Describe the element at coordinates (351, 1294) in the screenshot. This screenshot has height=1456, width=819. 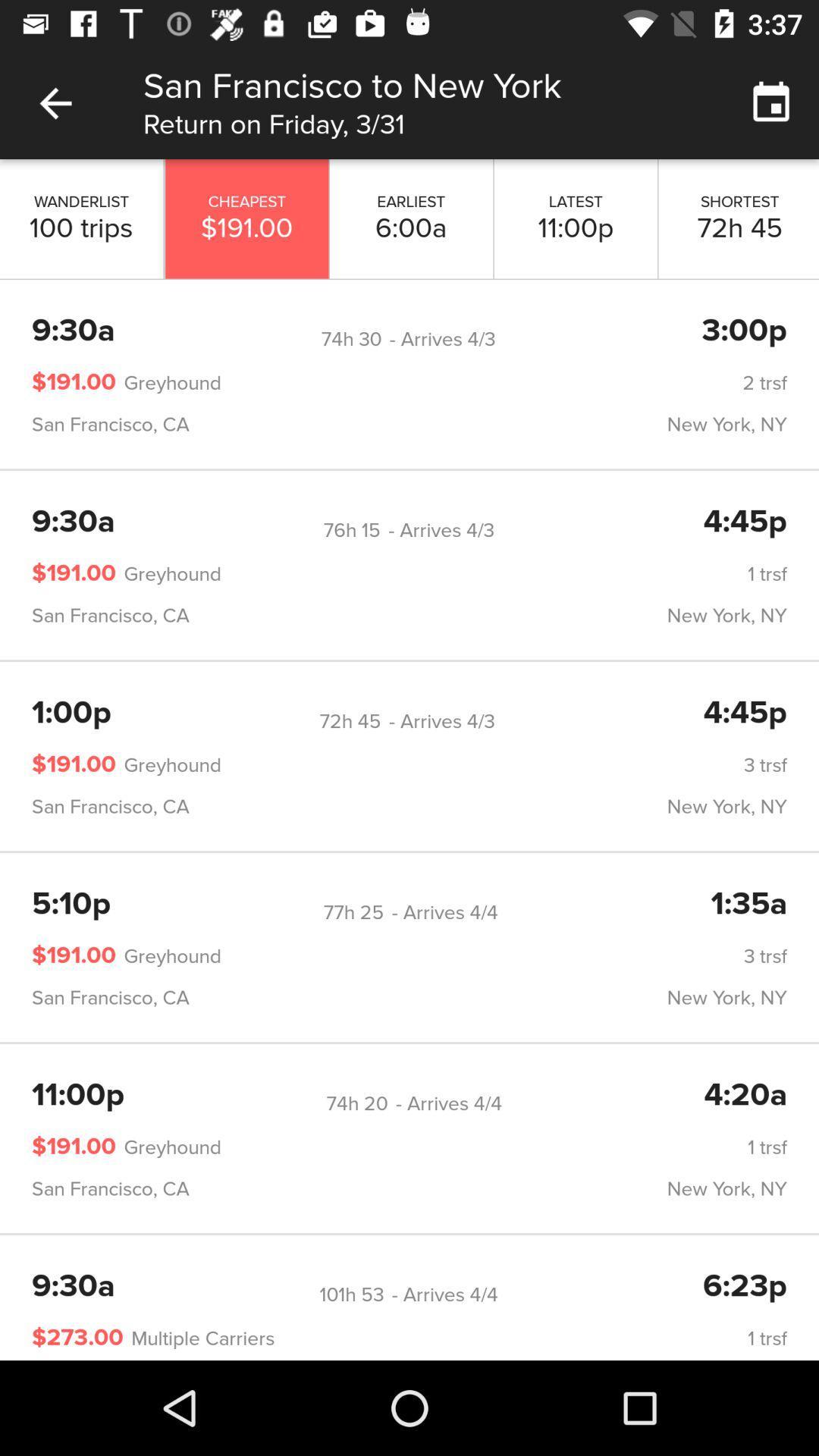
I see `item next to the 9:30a` at that location.